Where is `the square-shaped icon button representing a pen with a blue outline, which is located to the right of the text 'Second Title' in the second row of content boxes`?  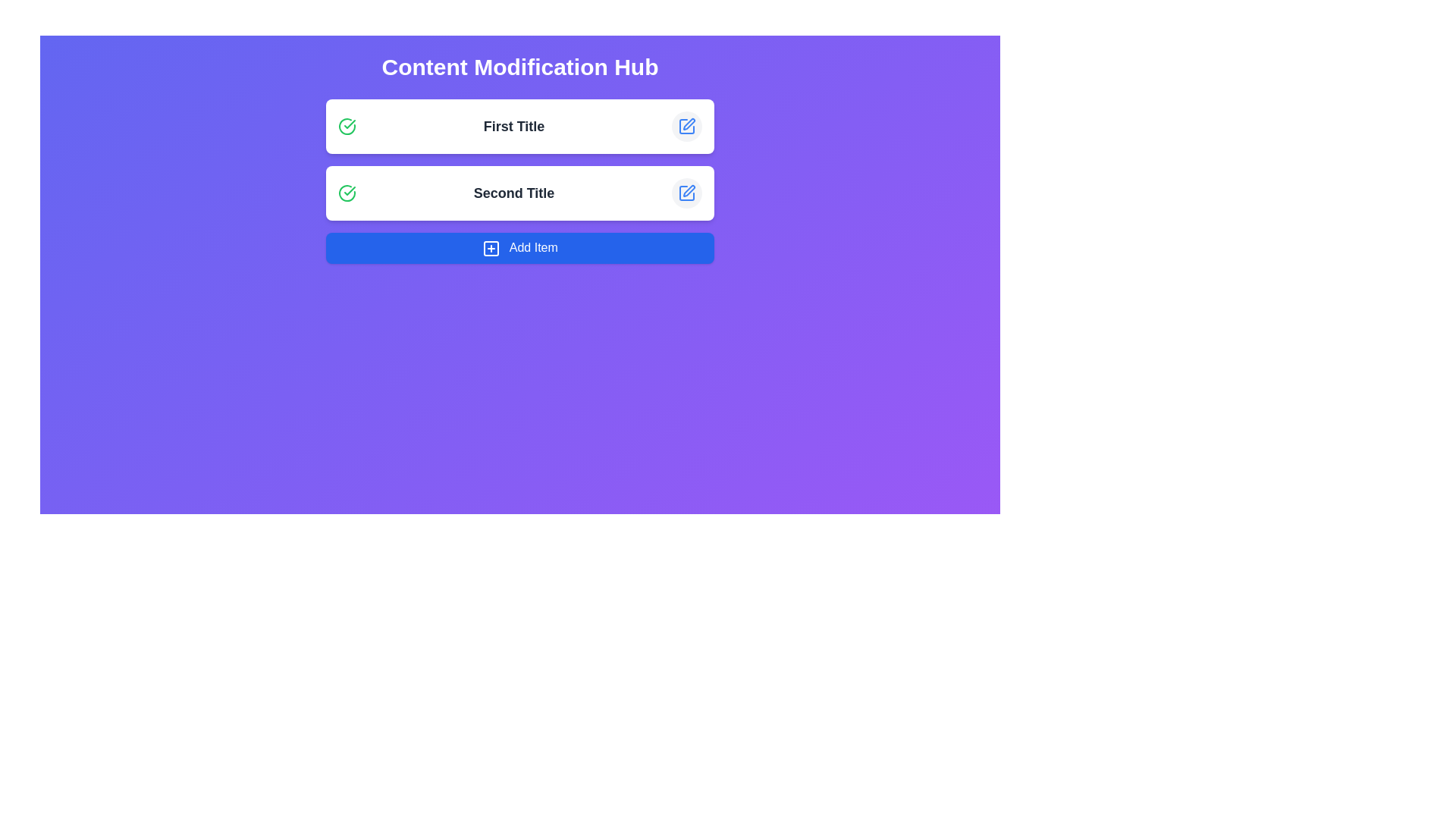
the square-shaped icon button representing a pen with a blue outline, which is located to the right of the text 'Second Title' in the second row of content boxes is located at coordinates (686, 192).